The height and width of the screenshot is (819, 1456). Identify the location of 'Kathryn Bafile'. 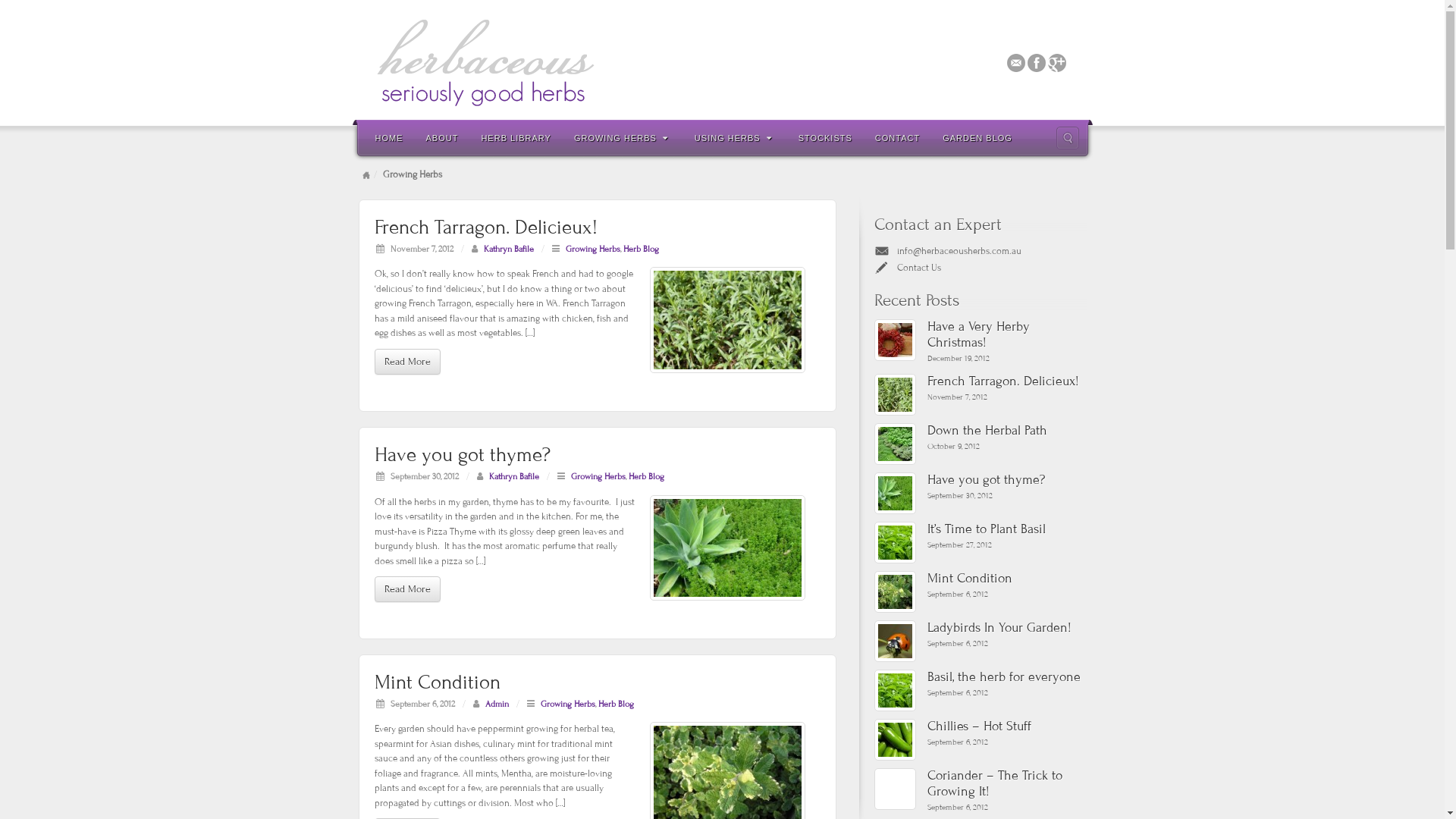
(483, 247).